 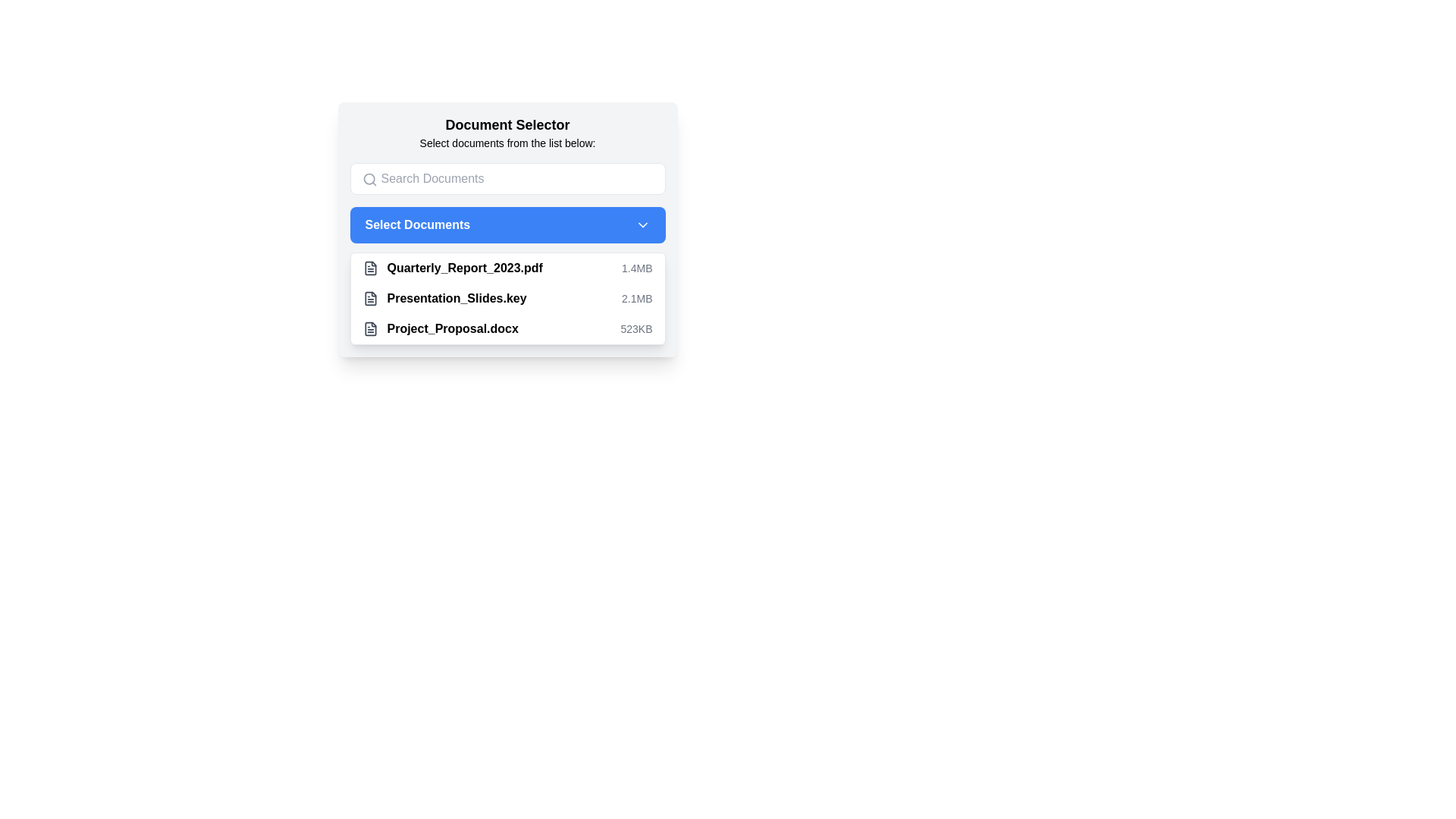 What do you see at coordinates (507, 268) in the screenshot?
I see `the first list item entry displaying the file name 'Quarterly_Report_2023.pdf'` at bounding box center [507, 268].